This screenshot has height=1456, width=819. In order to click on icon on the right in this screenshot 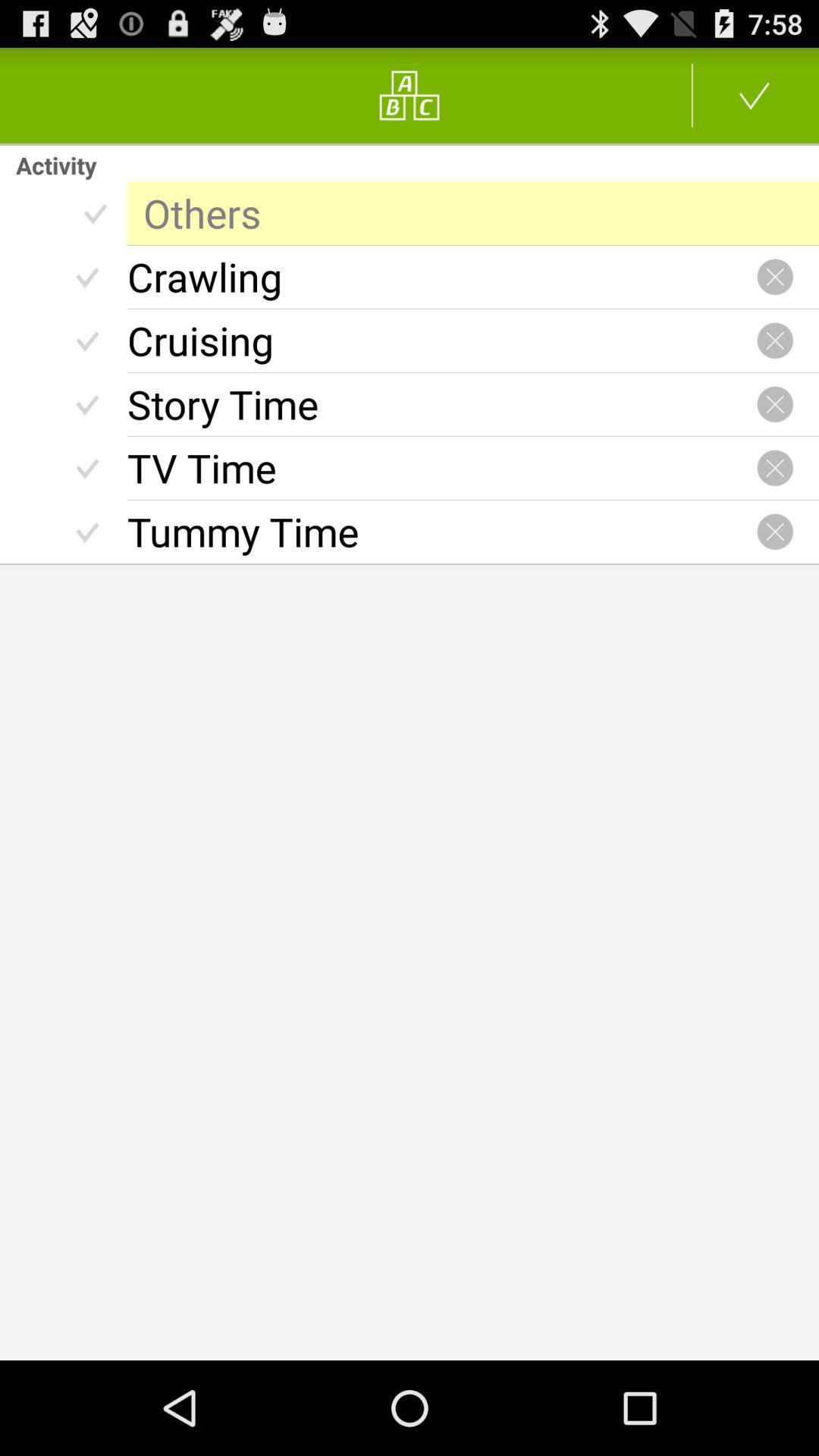, I will do `click(775, 532)`.